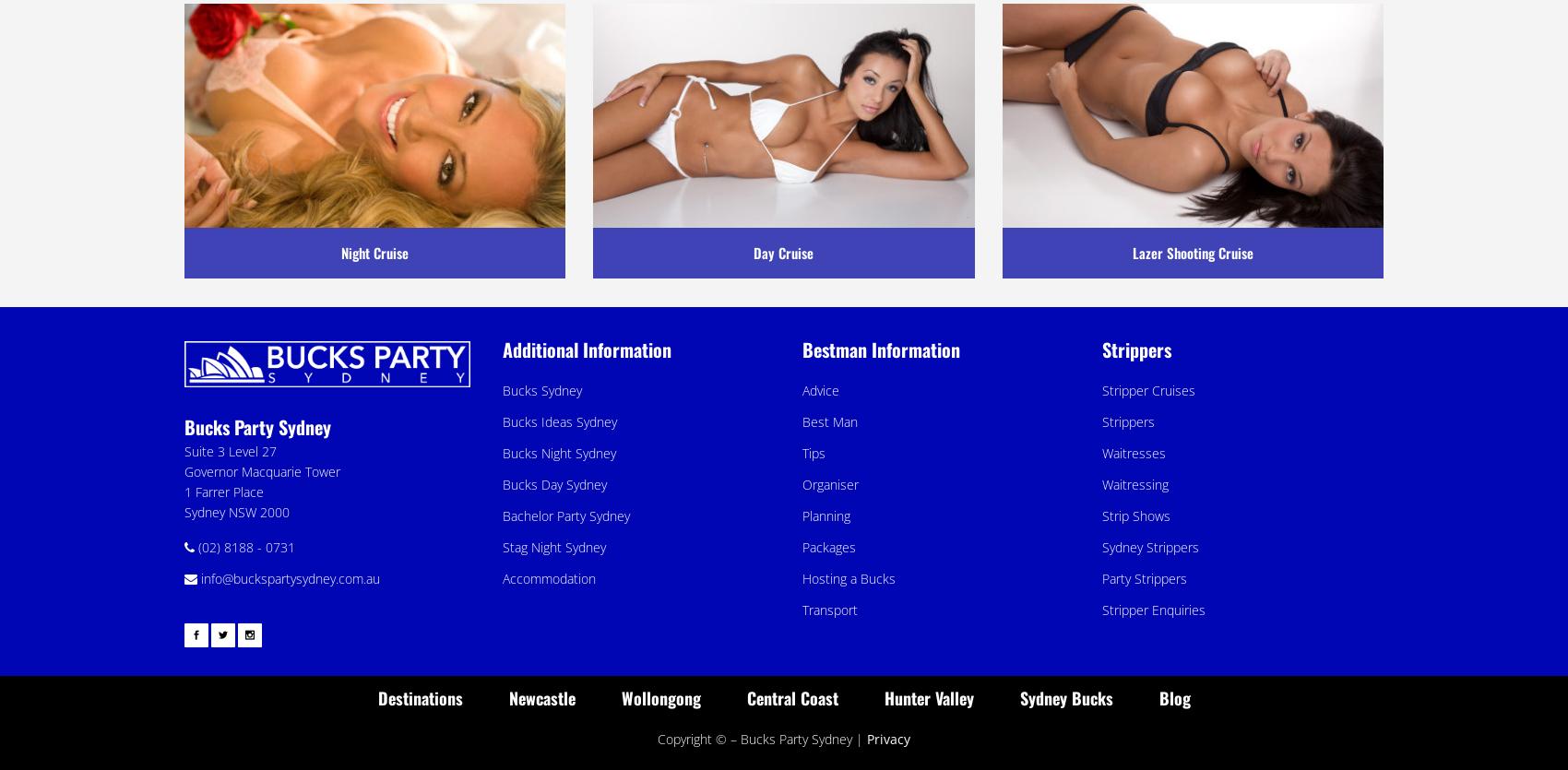 This screenshot has width=1568, height=770. What do you see at coordinates (1147, 389) in the screenshot?
I see `'Stripper Cruises'` at bounding box center [1147, 389].